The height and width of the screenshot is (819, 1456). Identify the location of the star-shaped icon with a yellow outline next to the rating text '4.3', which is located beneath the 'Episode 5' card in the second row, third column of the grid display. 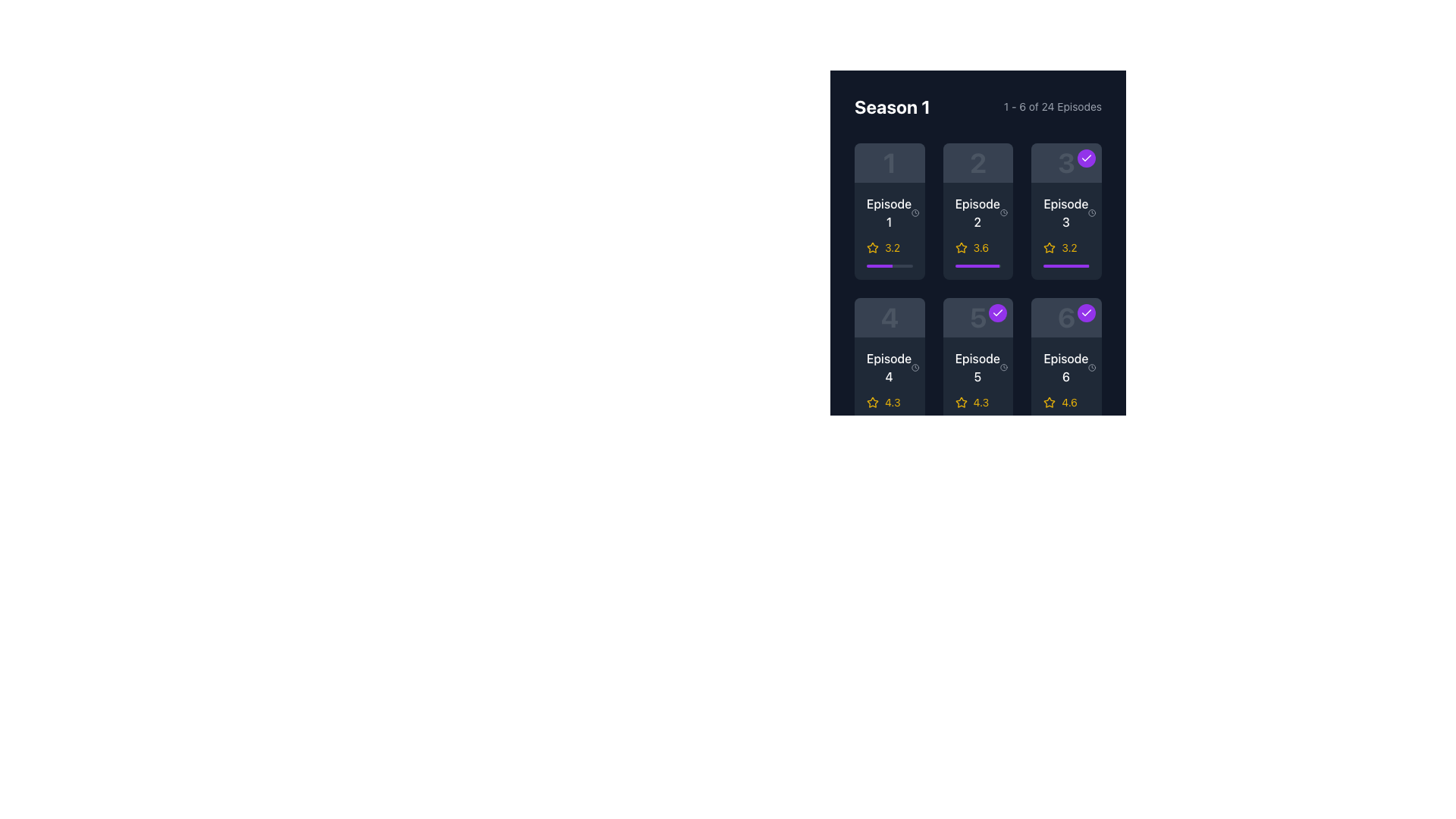
(873, 402).